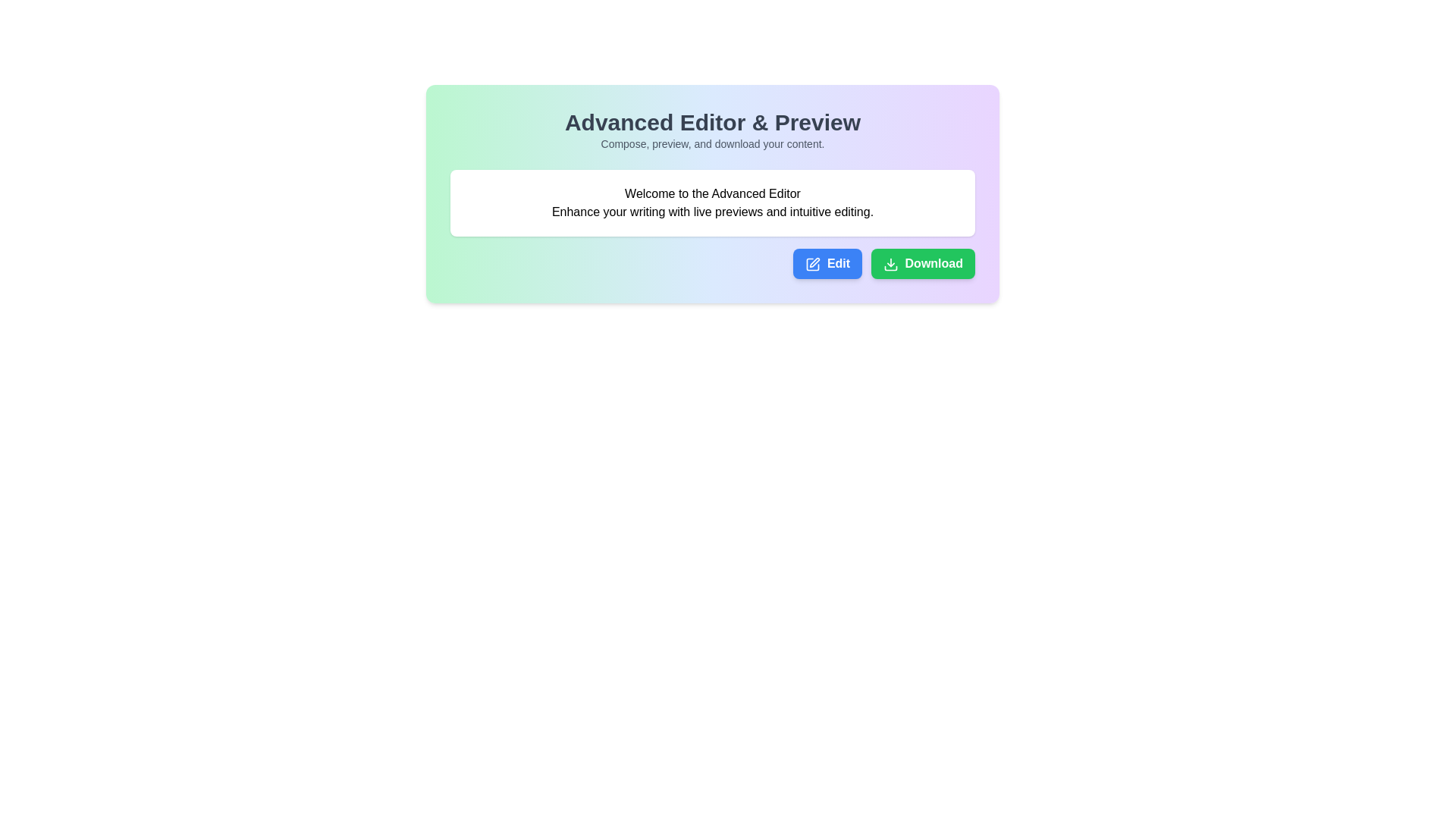  What do you see at coordinates (922, 262) in the screenshot?
I see `the green 'Download' button with white text to initiate a color change, which indicates interactivity` at bounding box center [922, 262].